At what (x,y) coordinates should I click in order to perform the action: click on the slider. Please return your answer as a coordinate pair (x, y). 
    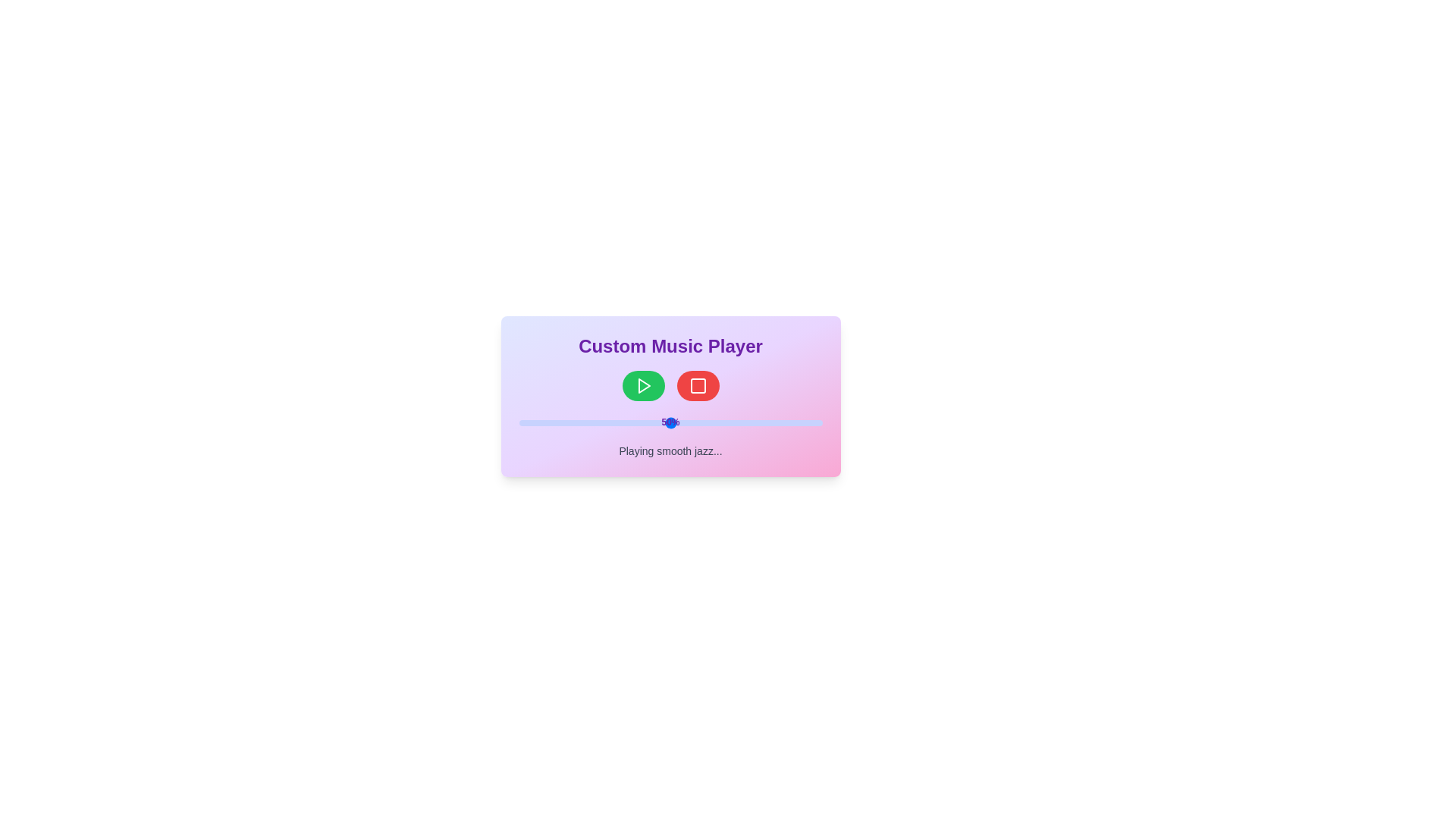
    Looking at the image, I should click on (537, 423).